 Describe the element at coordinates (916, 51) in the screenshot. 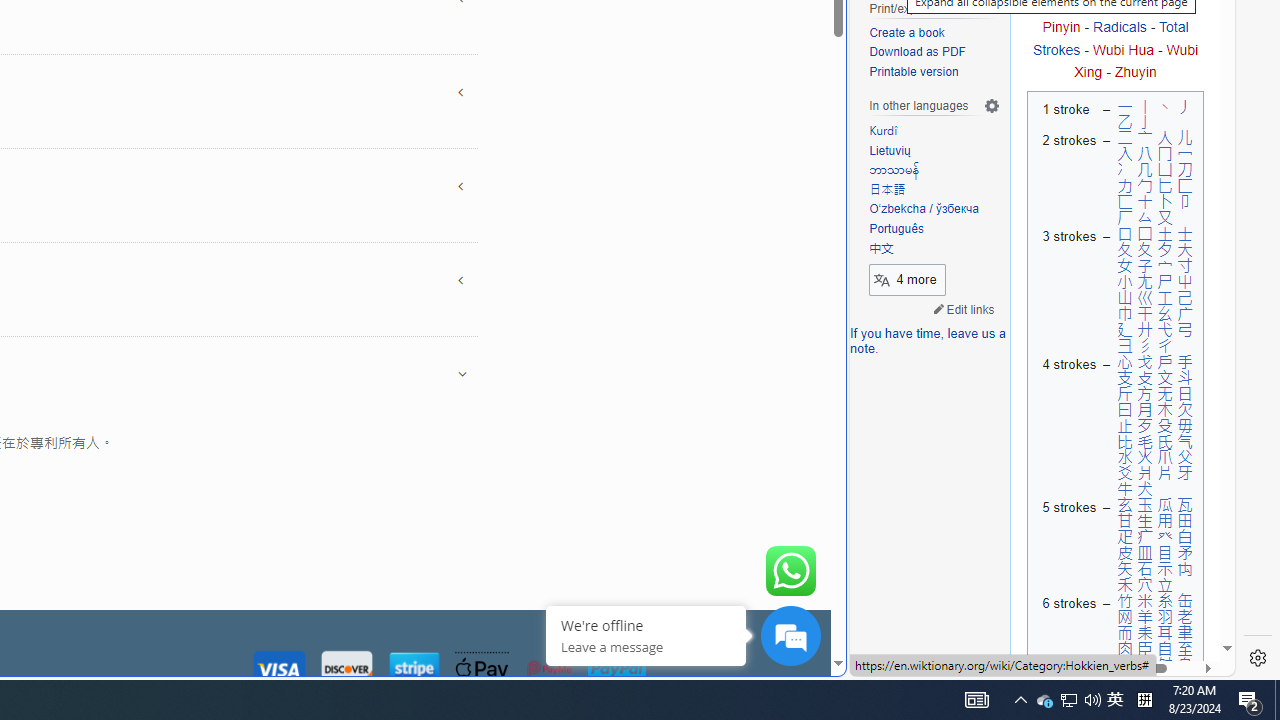

I see `'Download as PDF'` at that location.